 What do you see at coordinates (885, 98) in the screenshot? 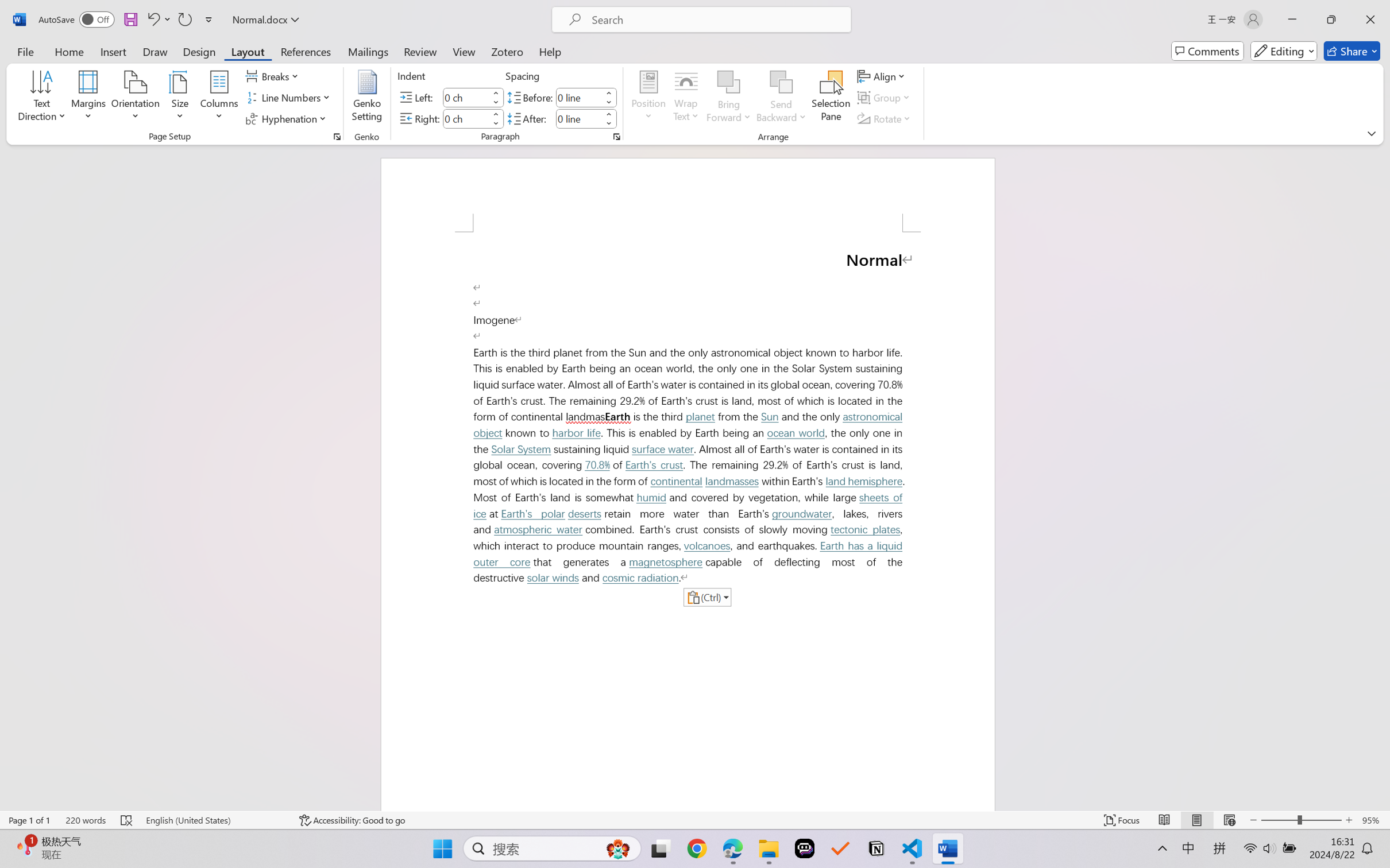
I see `'Group'` at bounding box center [885, 98].